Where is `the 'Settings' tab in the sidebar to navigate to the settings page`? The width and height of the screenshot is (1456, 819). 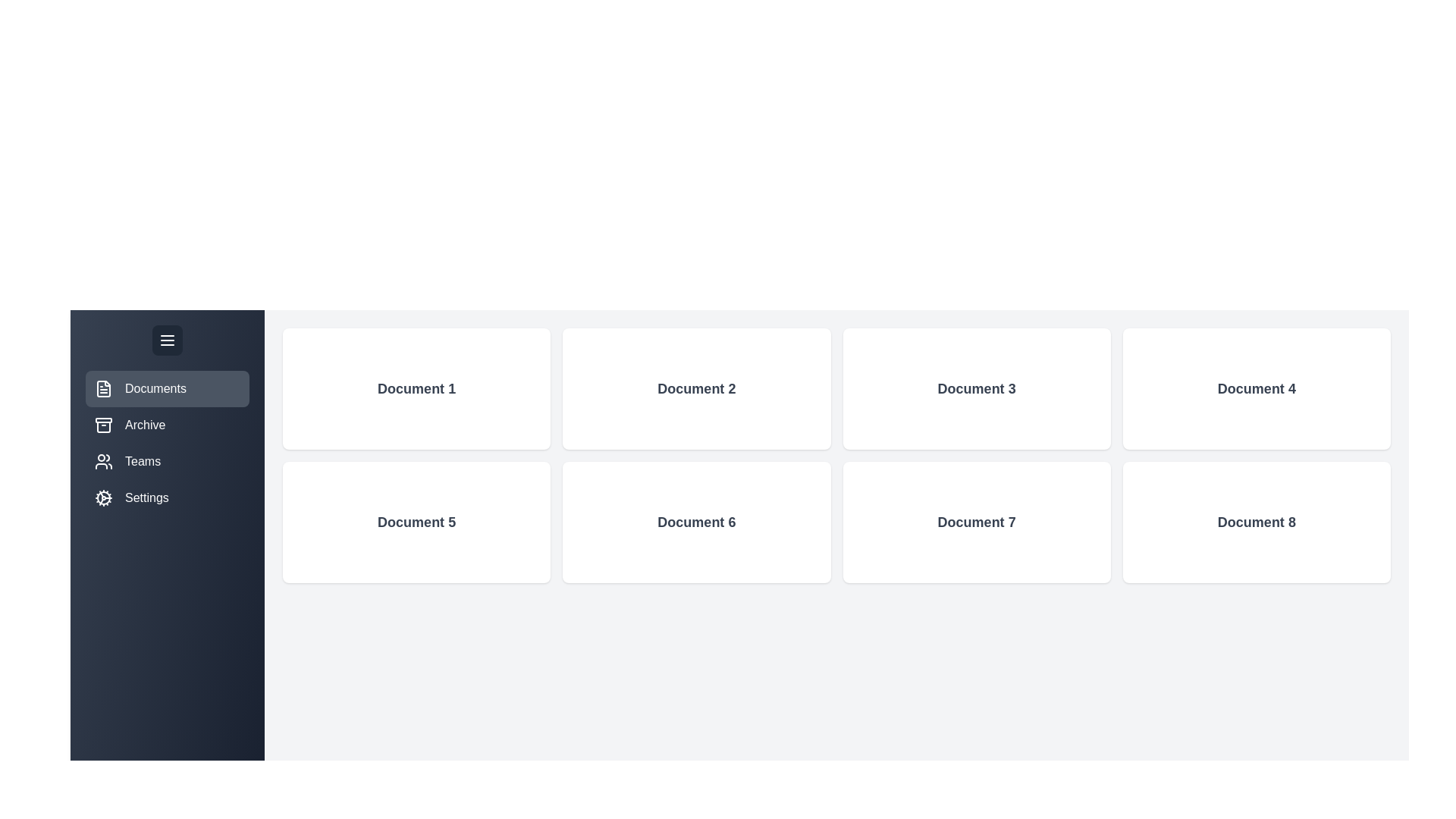
the 'Settings' tab in the sidebar to navigate to the settings page is located at coordinates (167, 497).